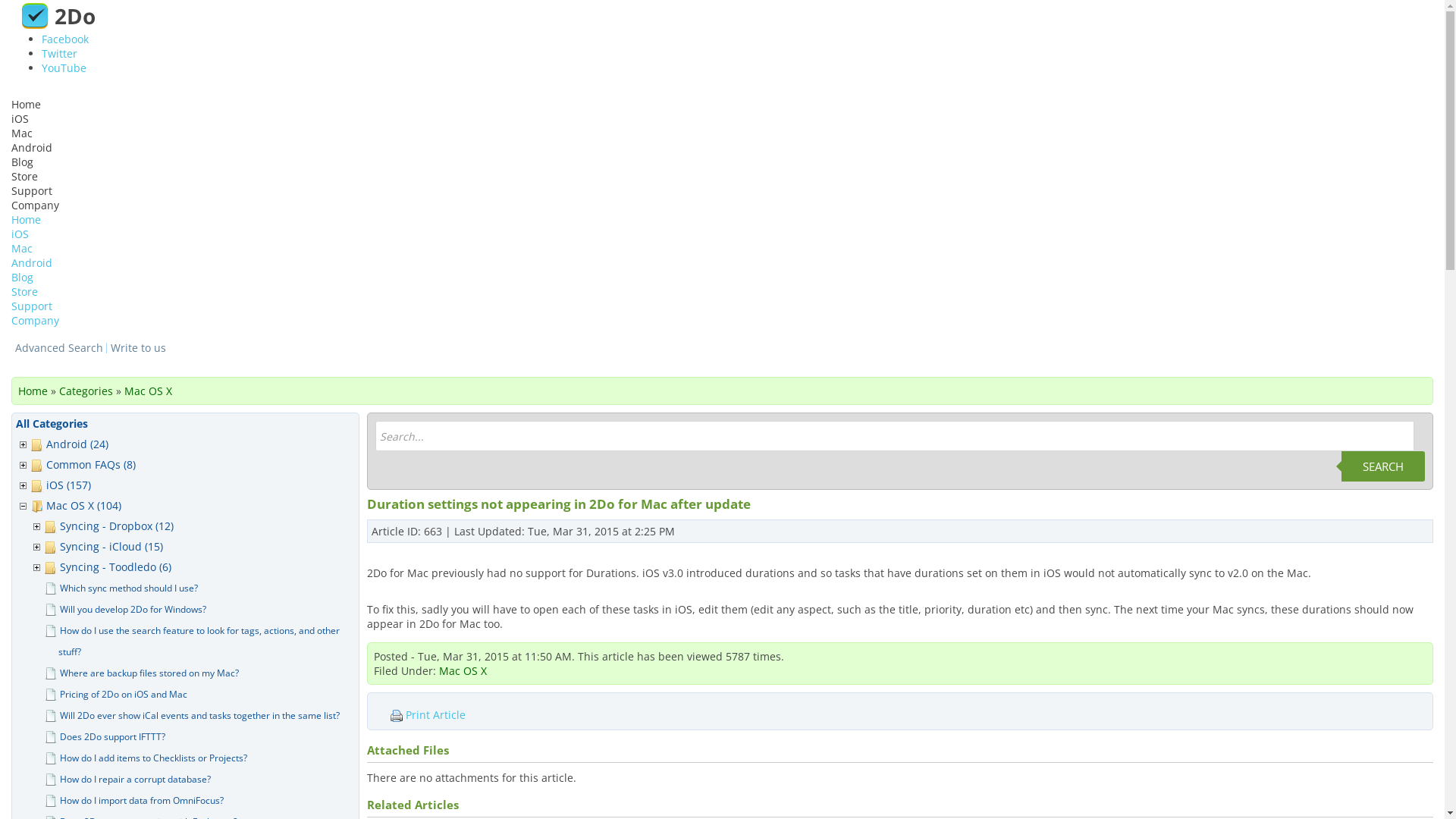 This screenshot has width=1456, height=819. I want to click on 'Syncing - iCloud (15)', so click(113, 546).